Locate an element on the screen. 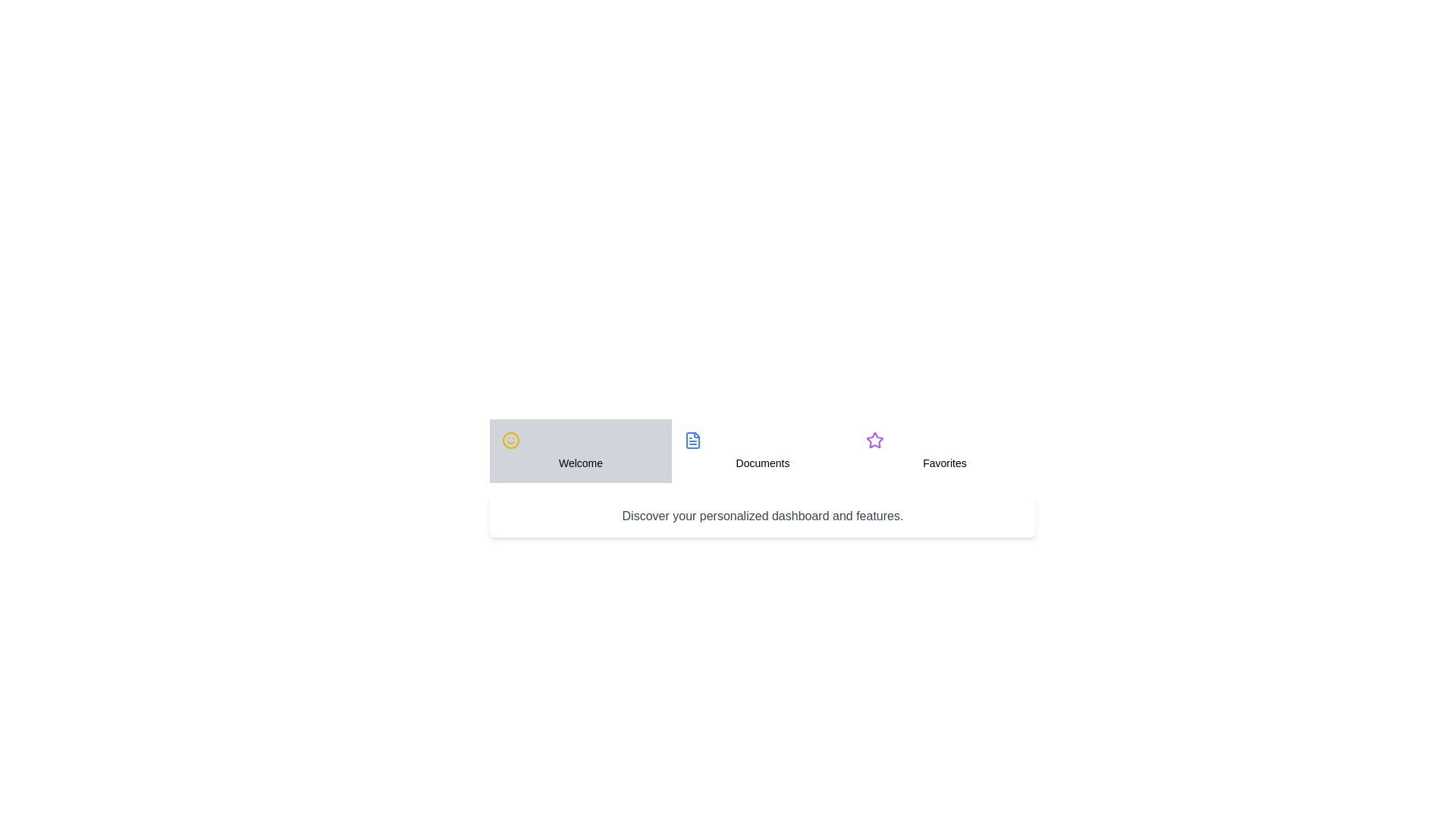 The image size is (1456, 819). the tab titled Welcome by clicking on it is located at coordinates (580, 450).